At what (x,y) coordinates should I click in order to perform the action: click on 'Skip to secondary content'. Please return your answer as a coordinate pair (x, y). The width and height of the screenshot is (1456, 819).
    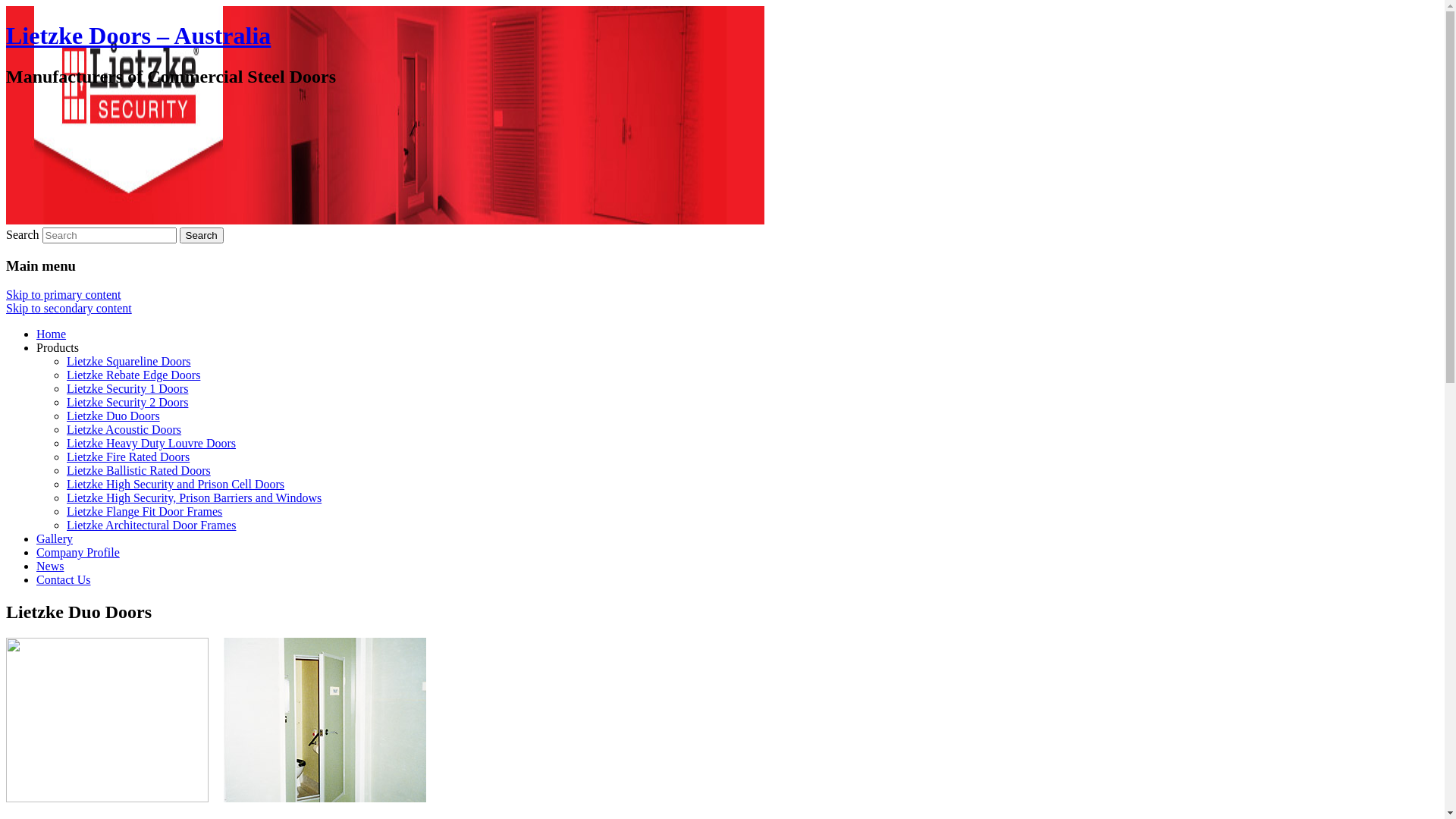
    Looking at the image, I should click on (68, 307).